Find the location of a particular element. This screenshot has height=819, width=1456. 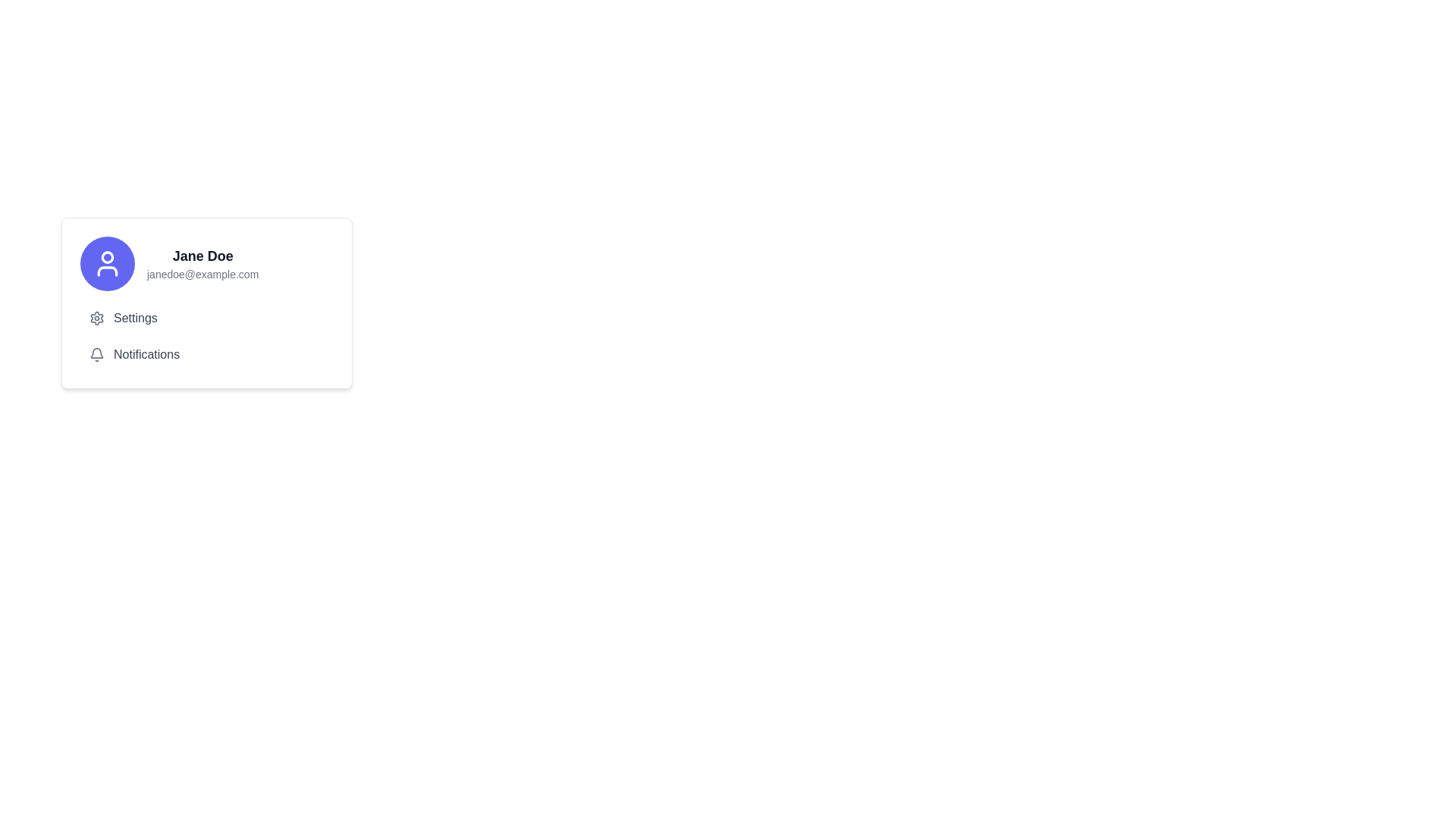

the bell icon representing notifications, which is styled with a minimalistic, outlined design in gray color, located to the left of the text 'Notifications' within the 'Settings' section is located at coordinates (96, 354).